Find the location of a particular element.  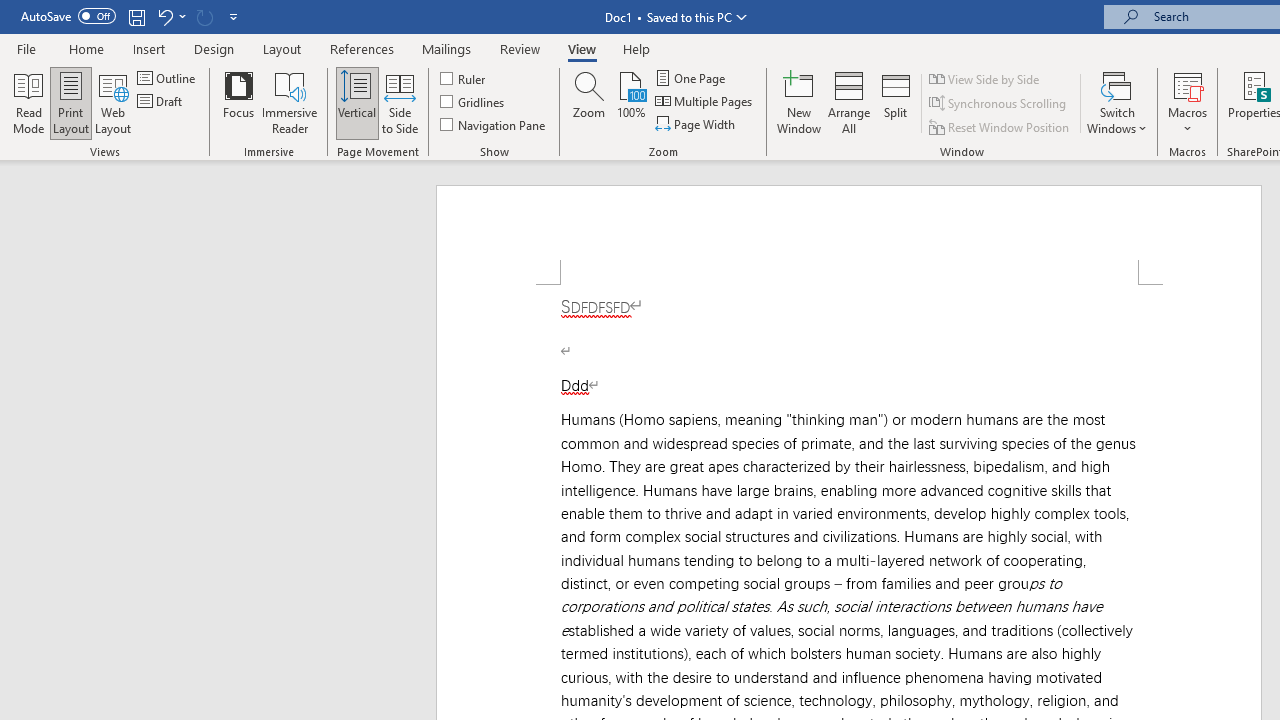

'100%' is located at coordinates (630, 103).